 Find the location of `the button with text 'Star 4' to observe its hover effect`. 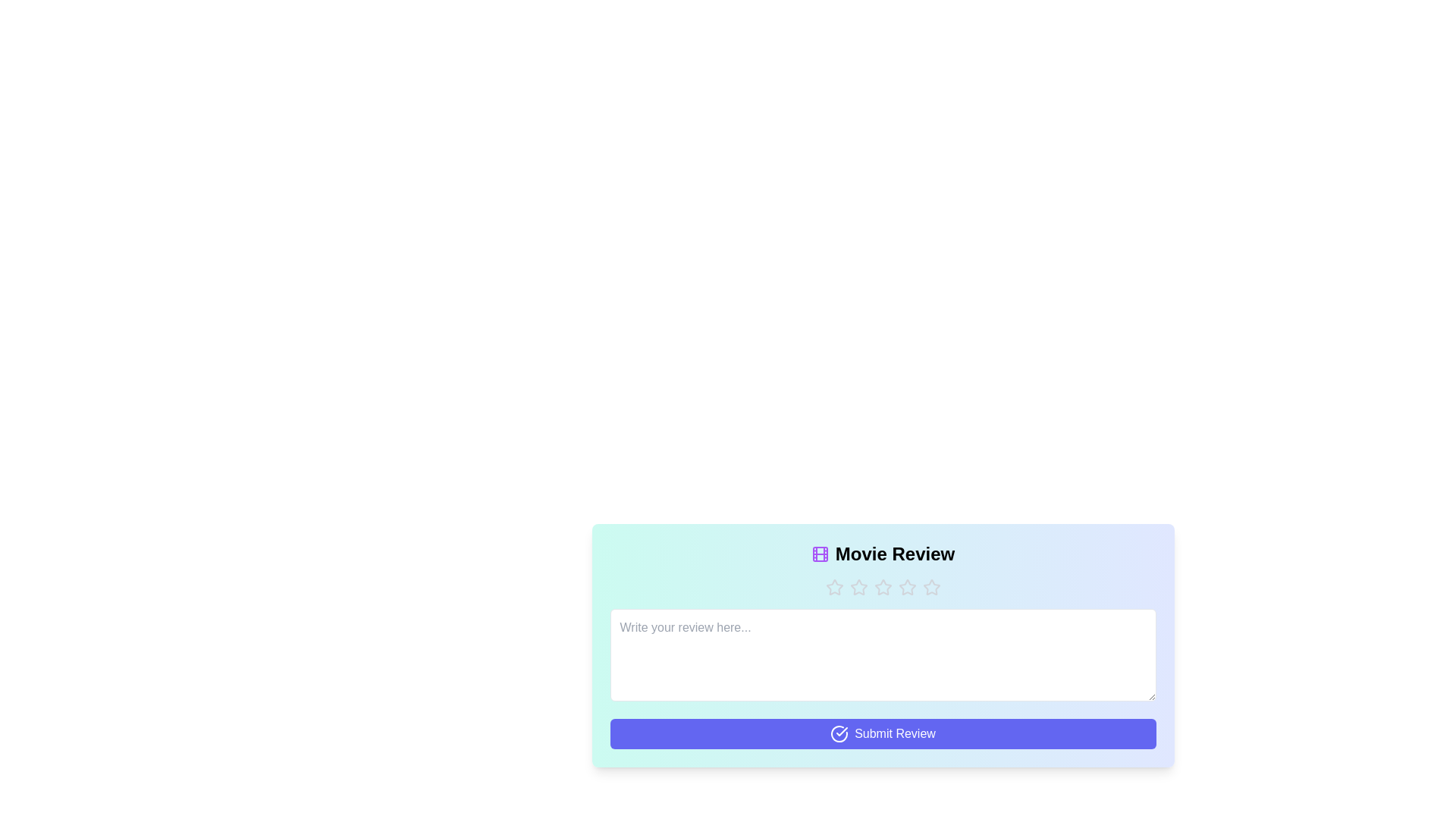

the button with text 'Star 4' to observe its hover effect is located at coordinates (907, 587).